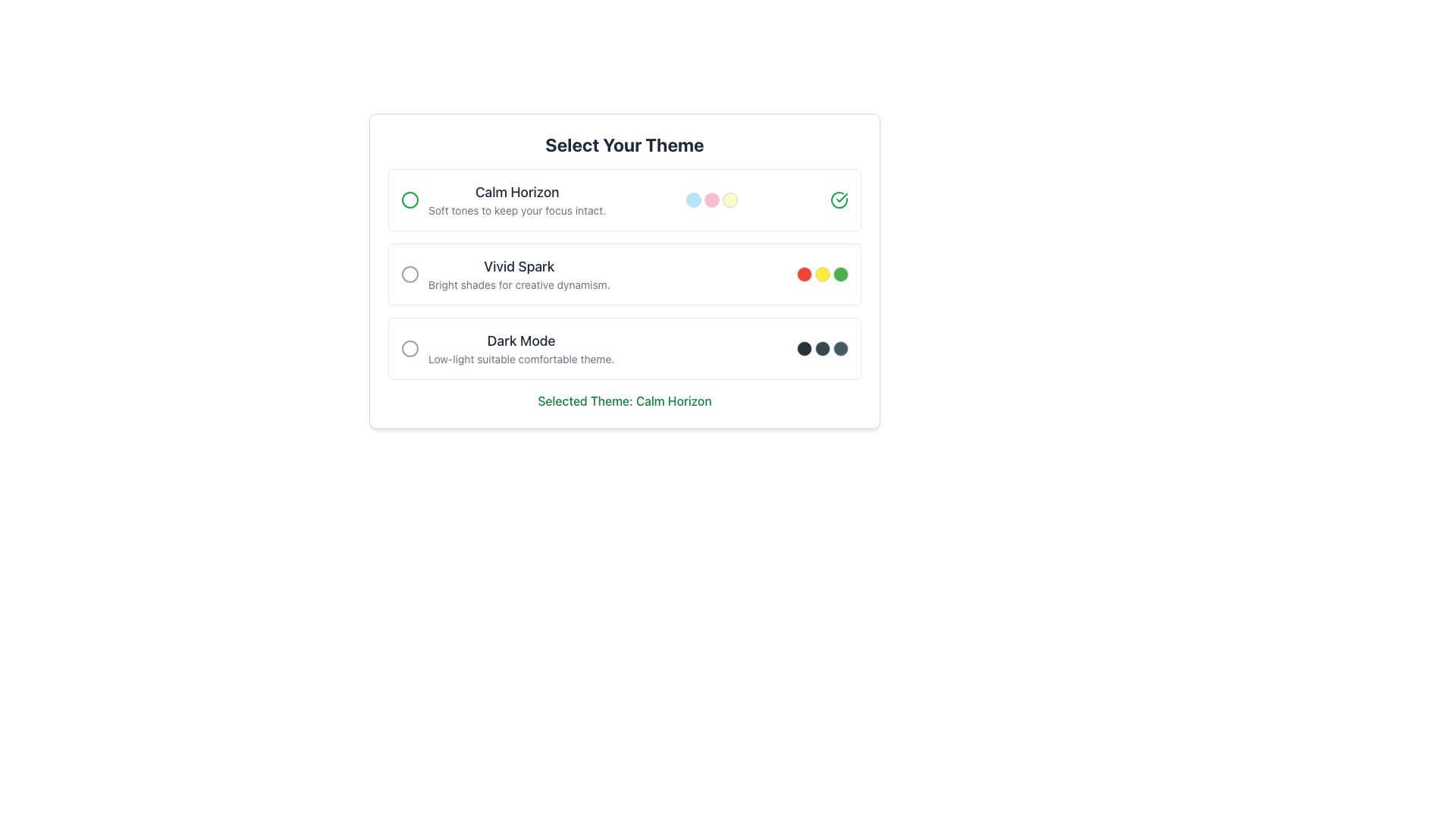  I want to click on the leftmost circular indicator representing the 'Vivid Spark' theme option, so click(803, 275).